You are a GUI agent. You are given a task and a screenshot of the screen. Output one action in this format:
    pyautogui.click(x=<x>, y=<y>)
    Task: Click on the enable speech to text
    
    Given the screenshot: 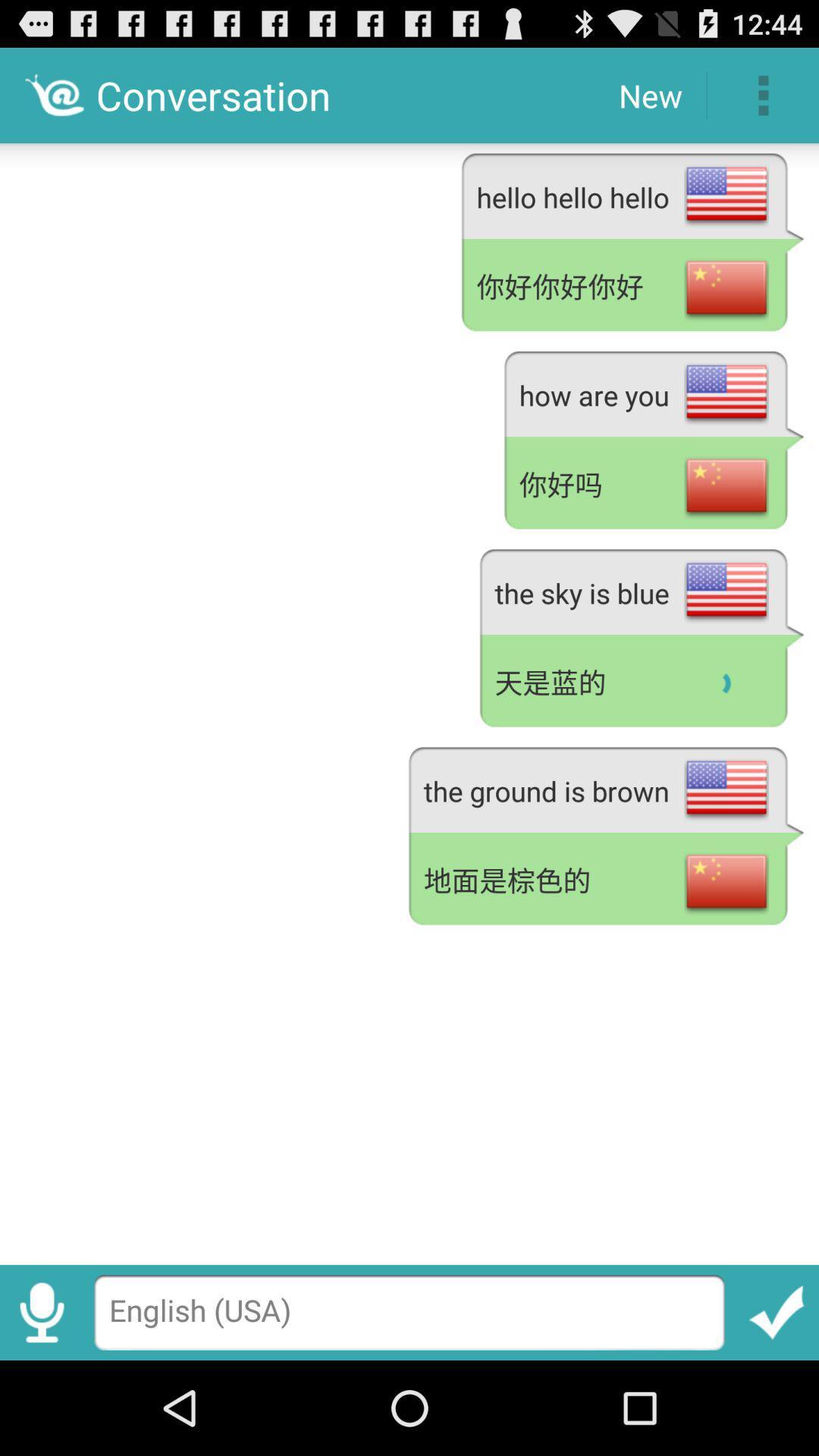 What is the action you would take?
    pyautogui.click(x=41, y=1312)
    